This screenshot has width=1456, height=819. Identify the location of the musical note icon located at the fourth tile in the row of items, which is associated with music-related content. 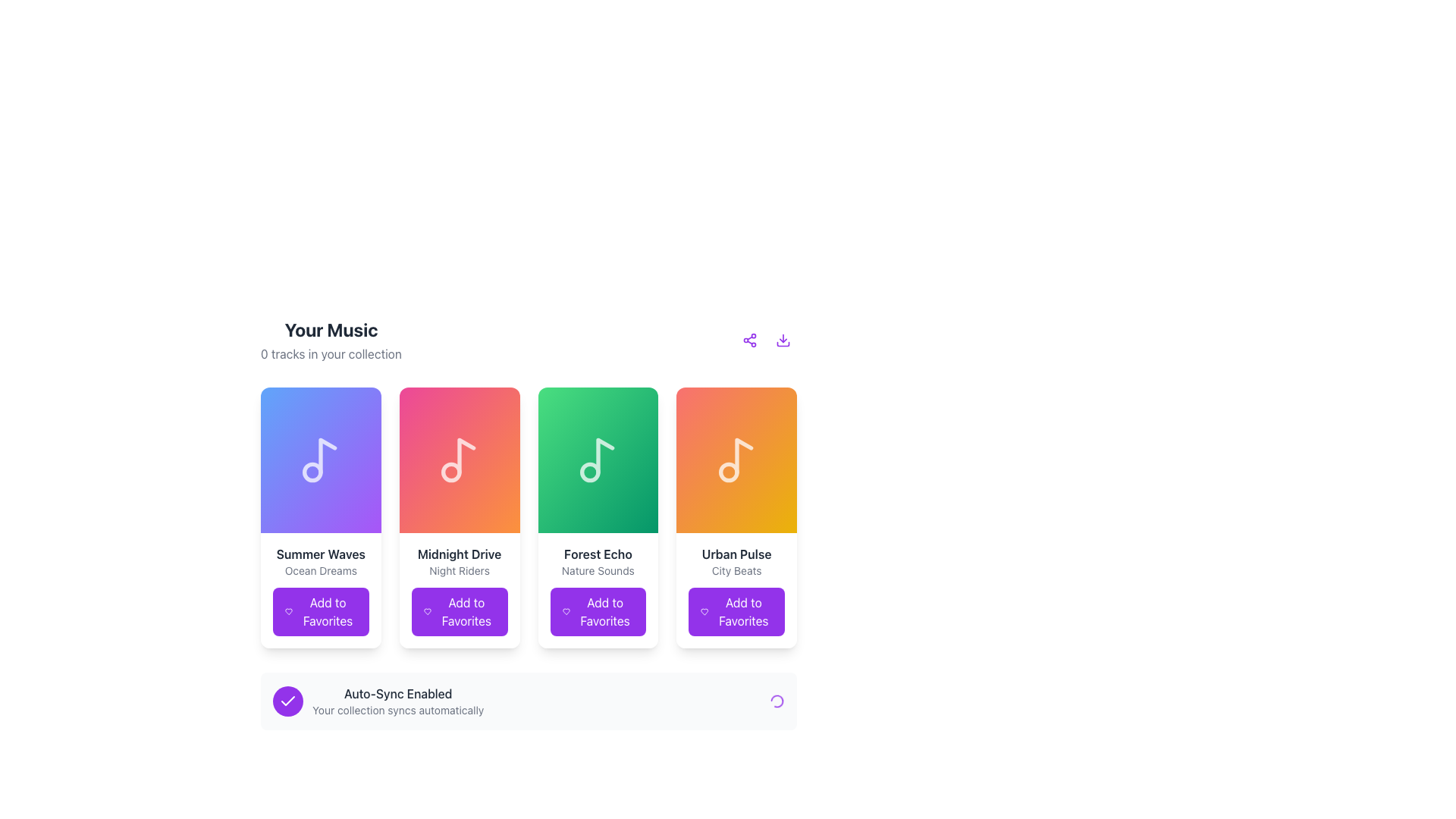
(736, 459).